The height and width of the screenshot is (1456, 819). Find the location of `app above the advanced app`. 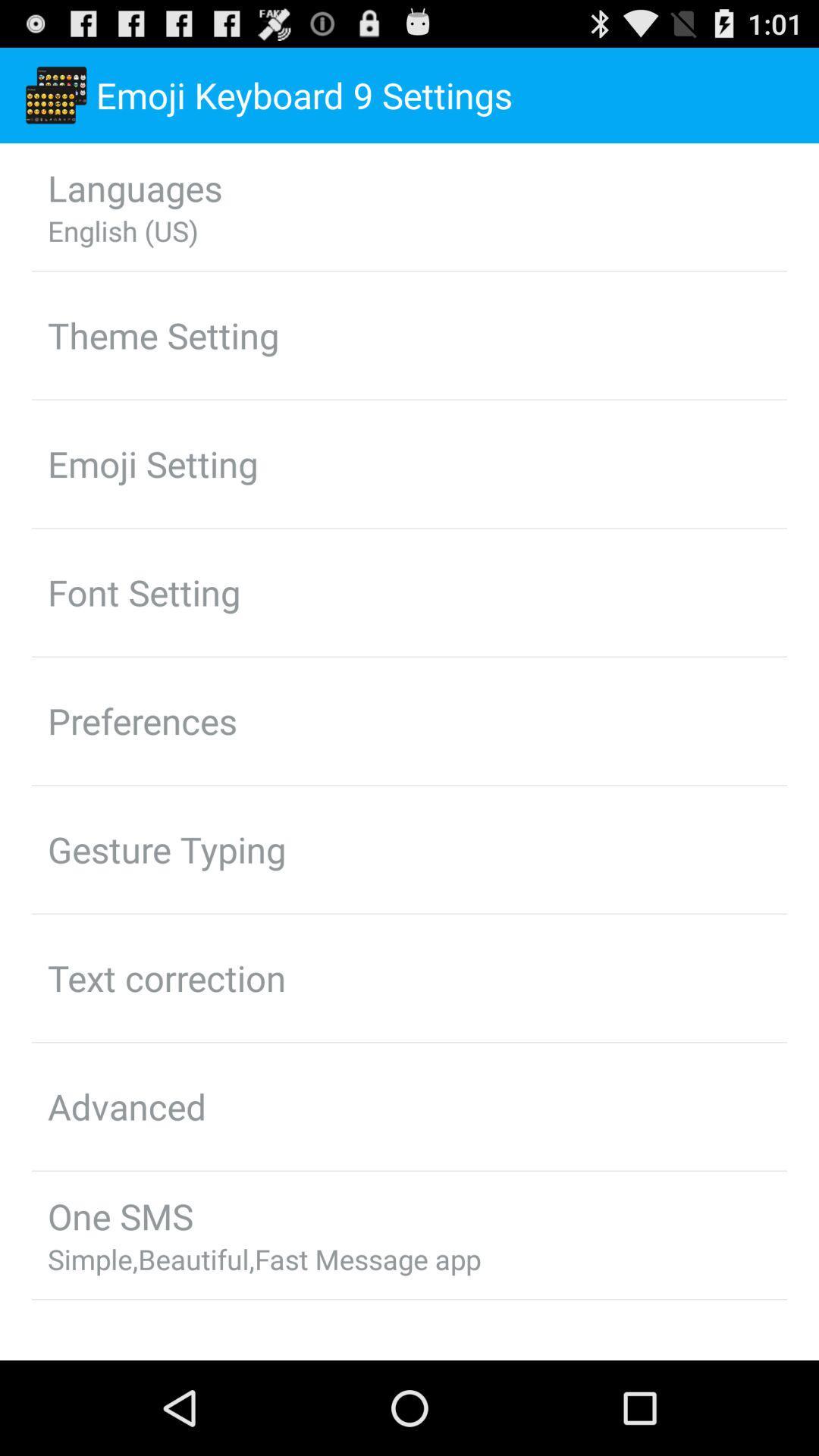

app above the advanced app is located at coordinates (167, 977).